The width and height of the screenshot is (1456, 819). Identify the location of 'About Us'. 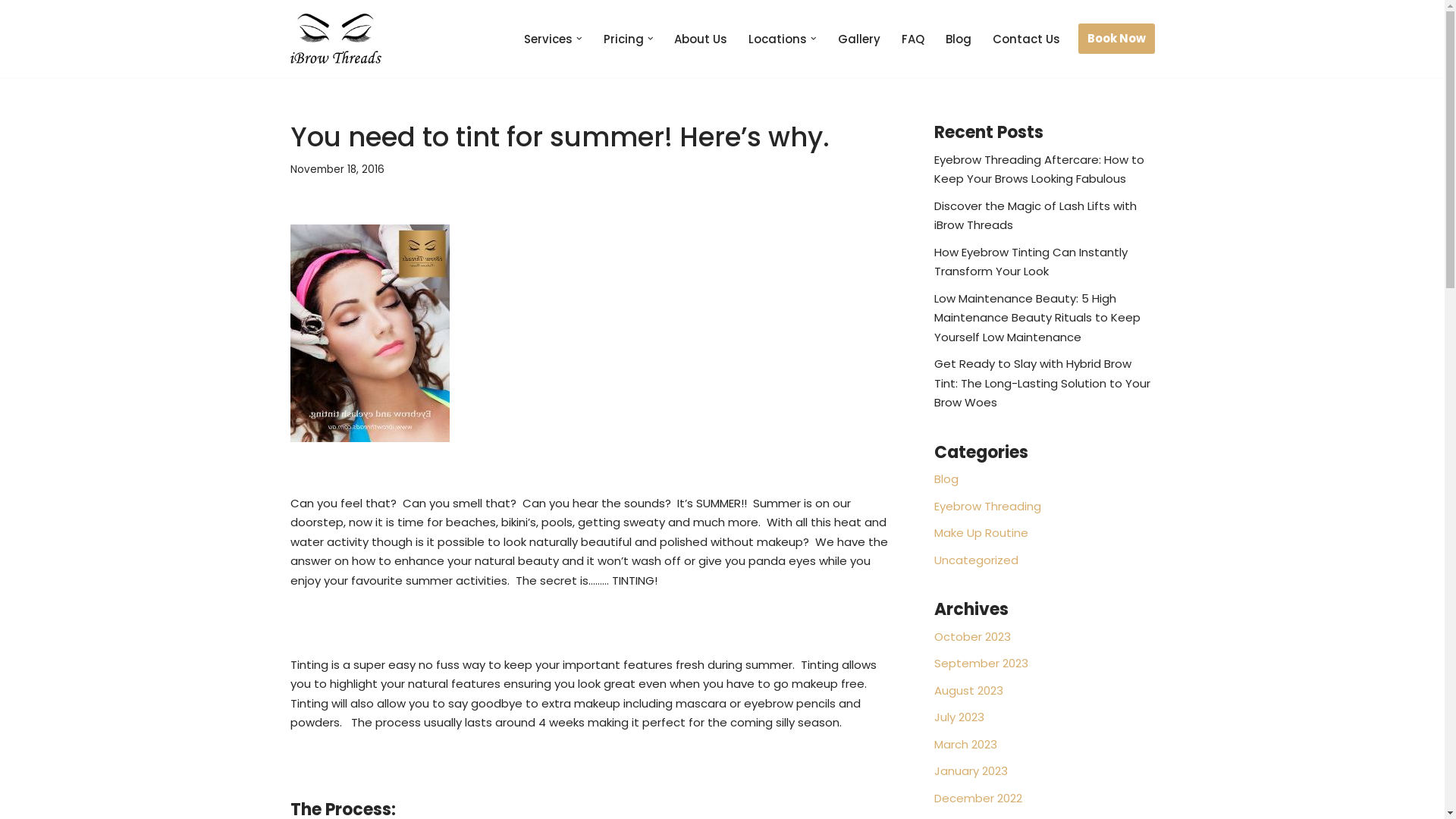
(673, 38).